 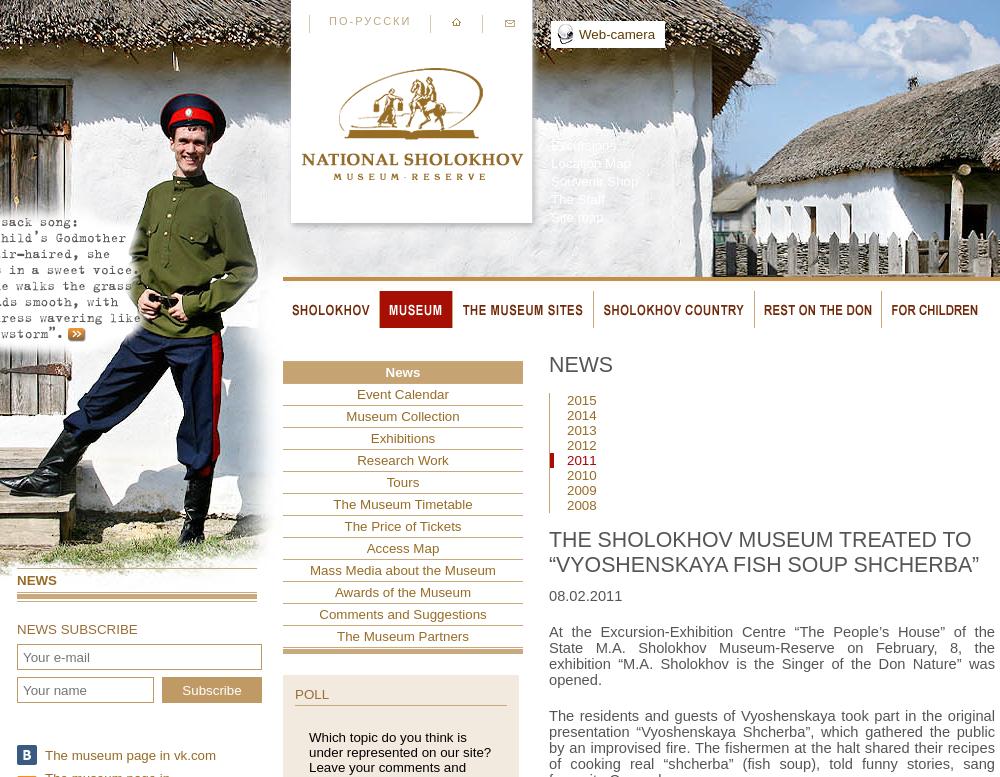 I want to click on '08.02.2011', so click(x=584, y=596).